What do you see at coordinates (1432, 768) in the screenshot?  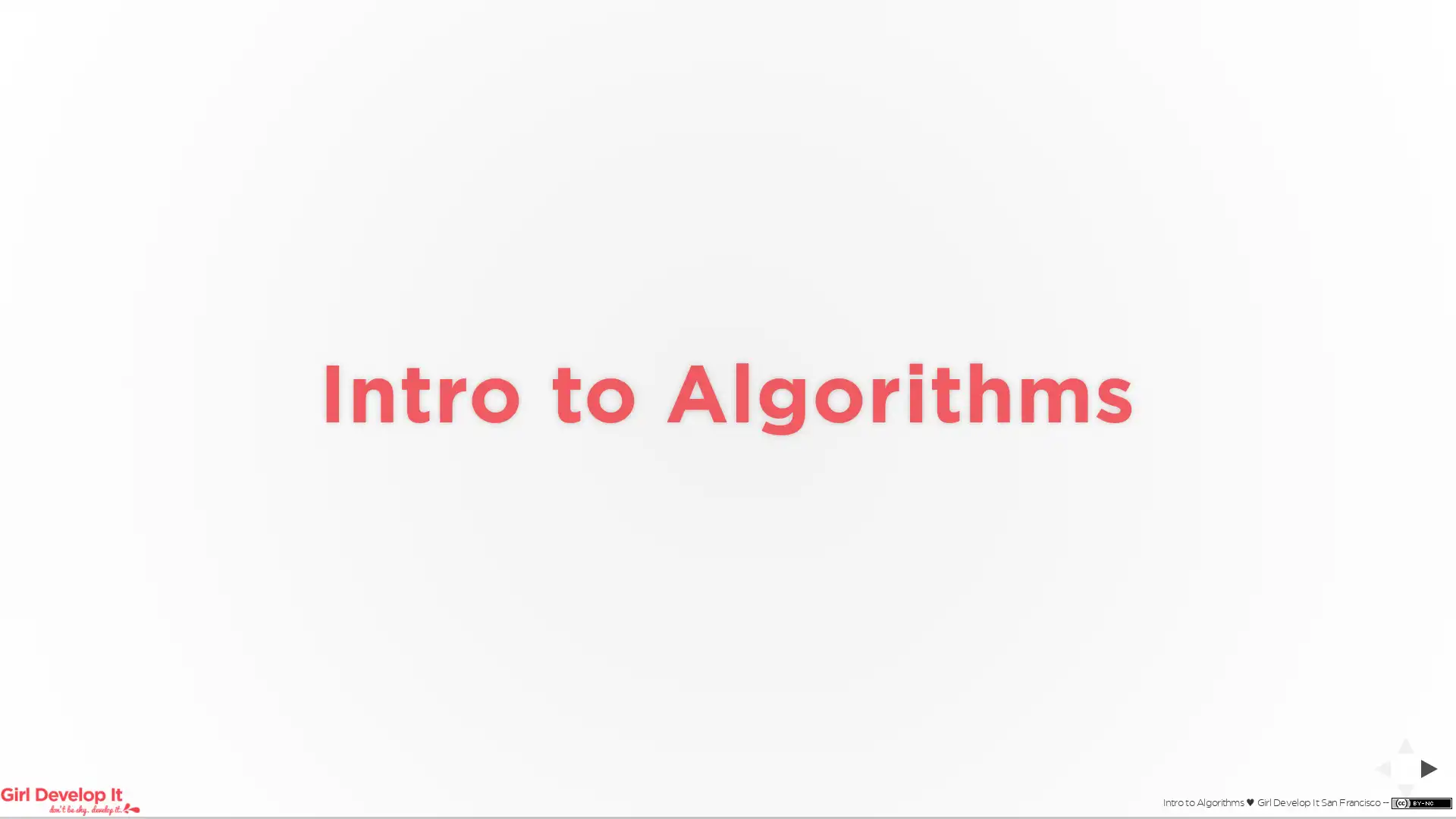 I see `next slide` at bounding box center [1432, 768].